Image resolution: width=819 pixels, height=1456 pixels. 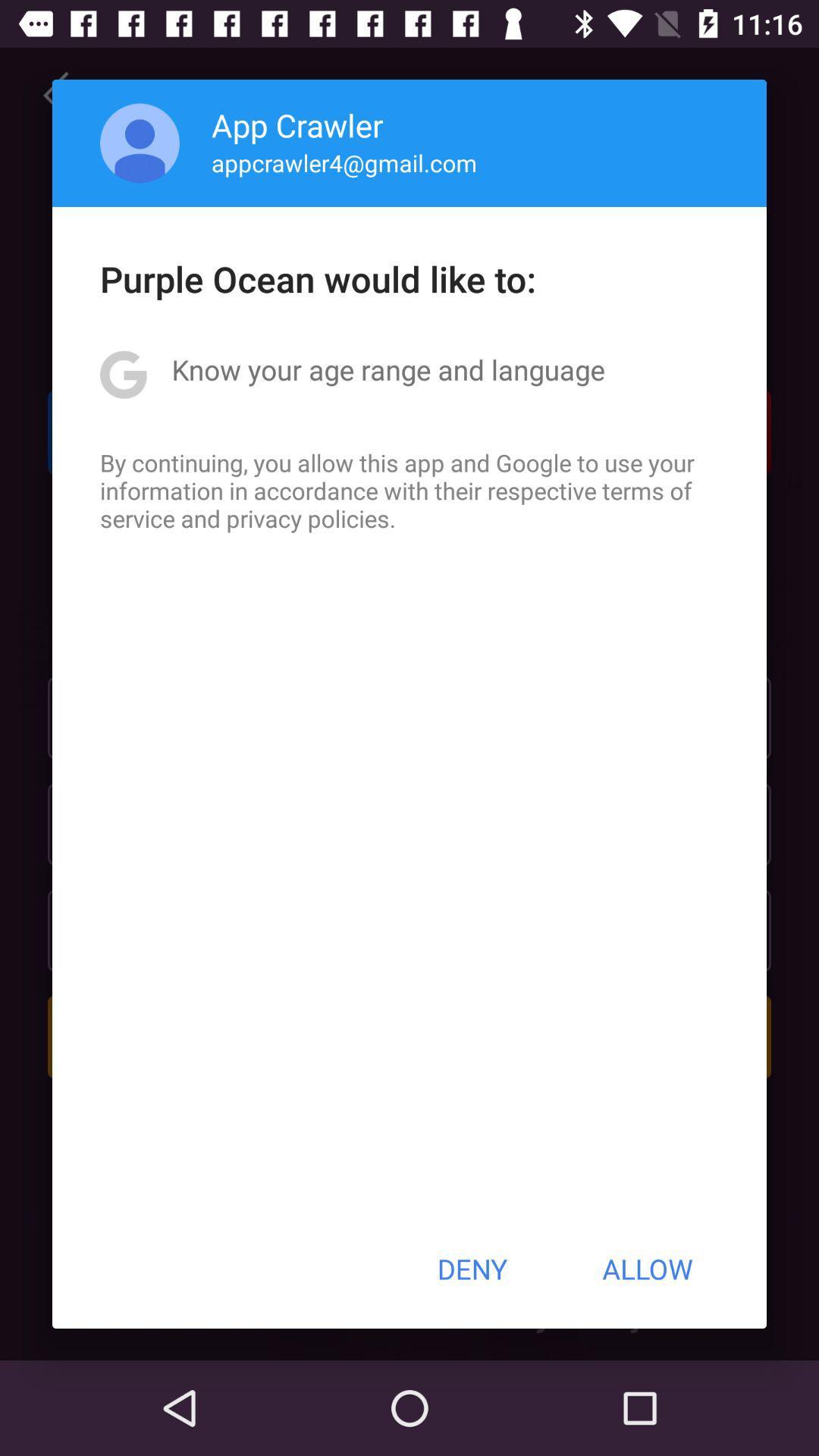 I want to click on the icon to the left of the allow button, so click(x=471, y=1269).